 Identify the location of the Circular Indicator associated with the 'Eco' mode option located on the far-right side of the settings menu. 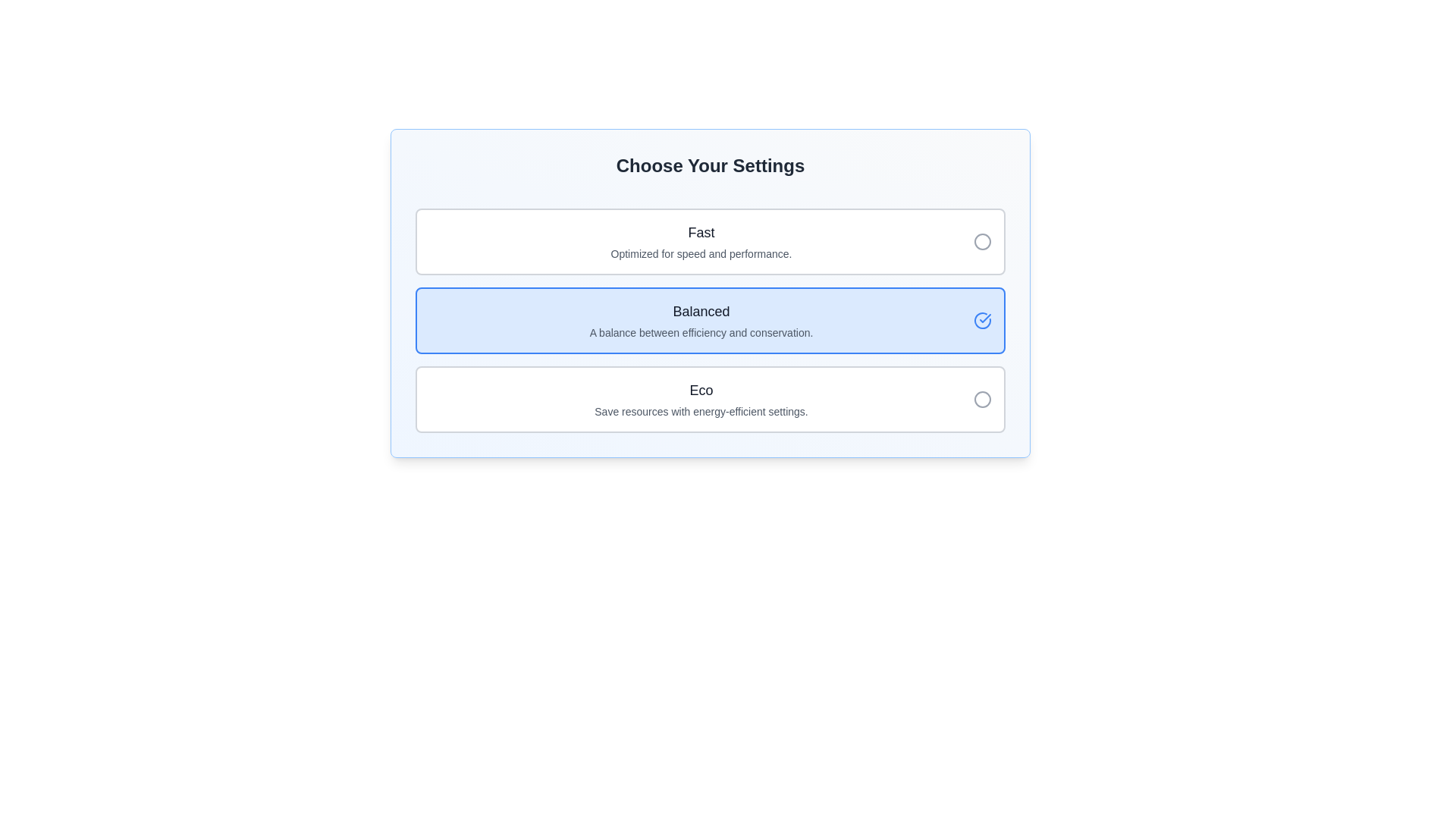
(983, 399).